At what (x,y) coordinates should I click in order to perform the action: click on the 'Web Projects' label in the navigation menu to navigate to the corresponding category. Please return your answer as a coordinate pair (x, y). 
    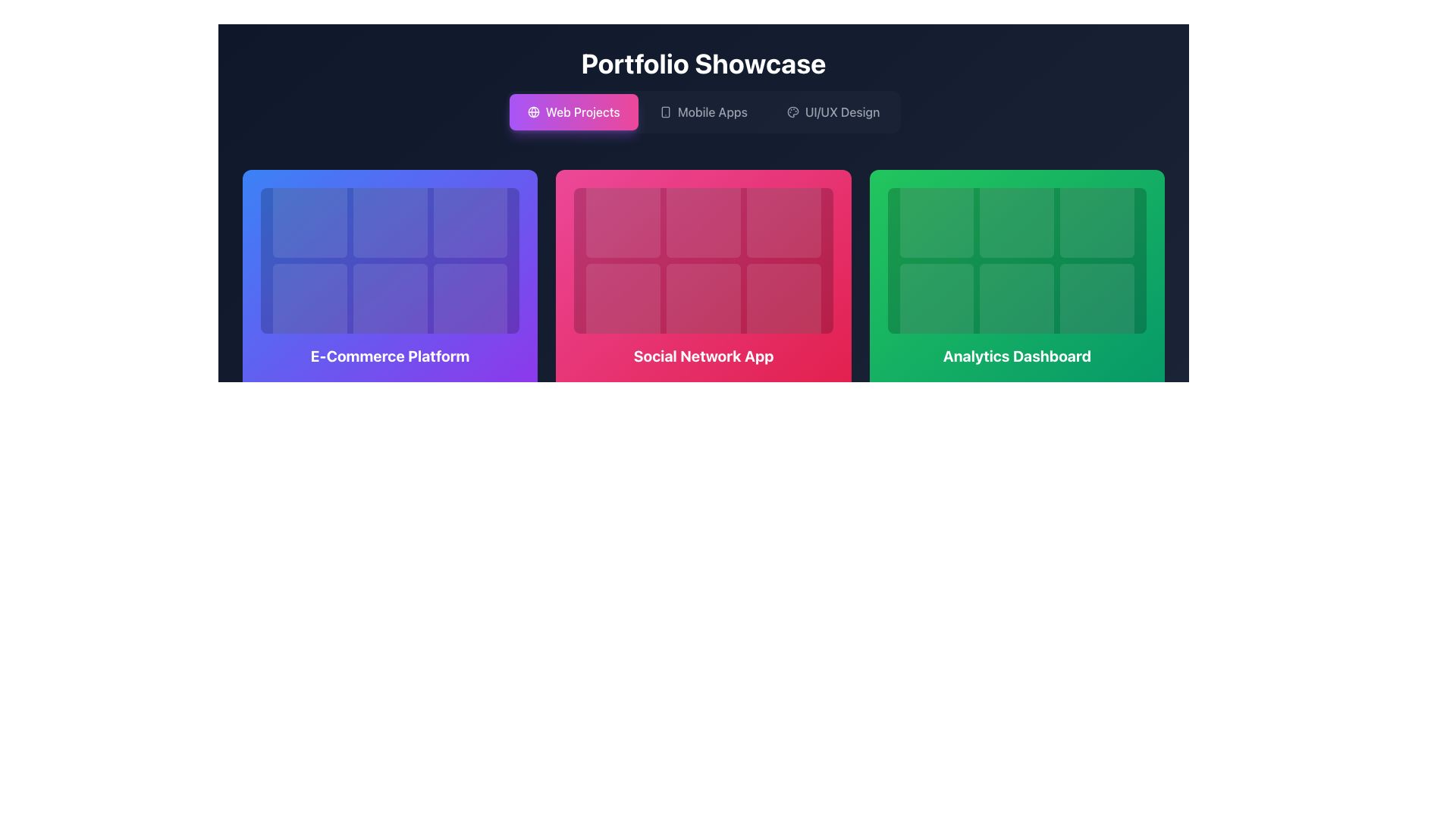
    Looking at the image, I should click on (582, 111).